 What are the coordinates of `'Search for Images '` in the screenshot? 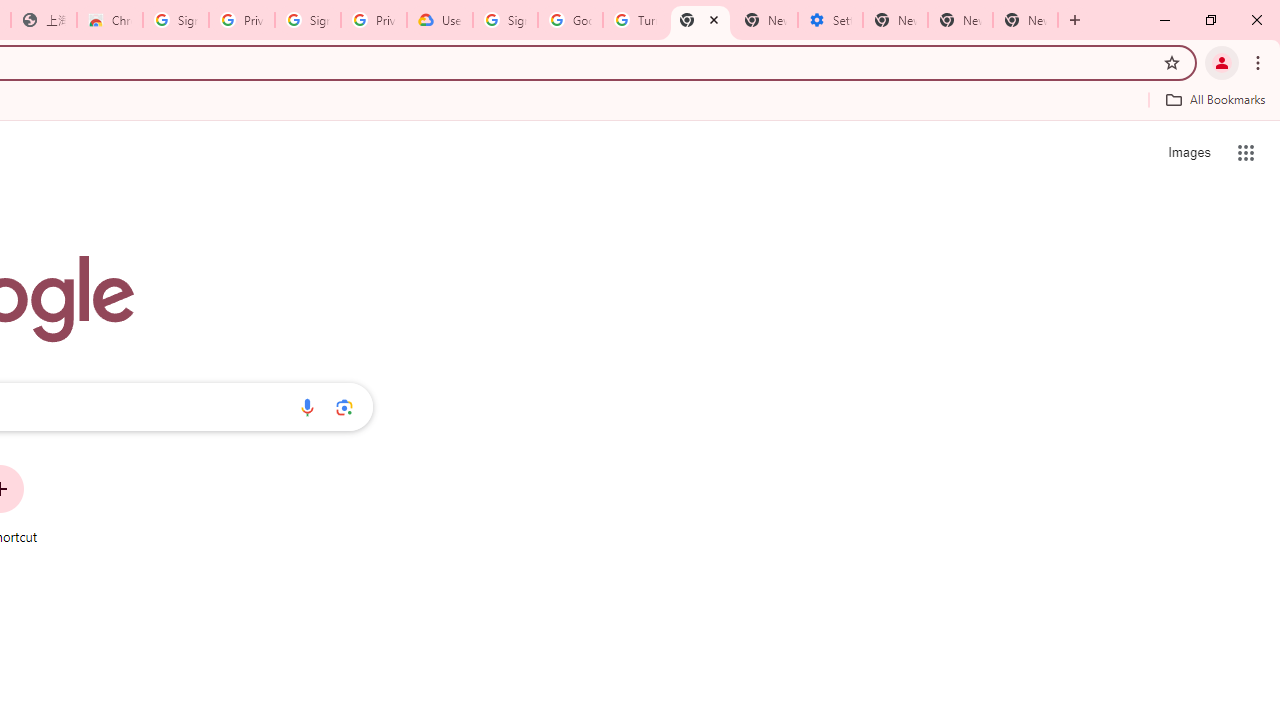 It's located at (1189, 152).